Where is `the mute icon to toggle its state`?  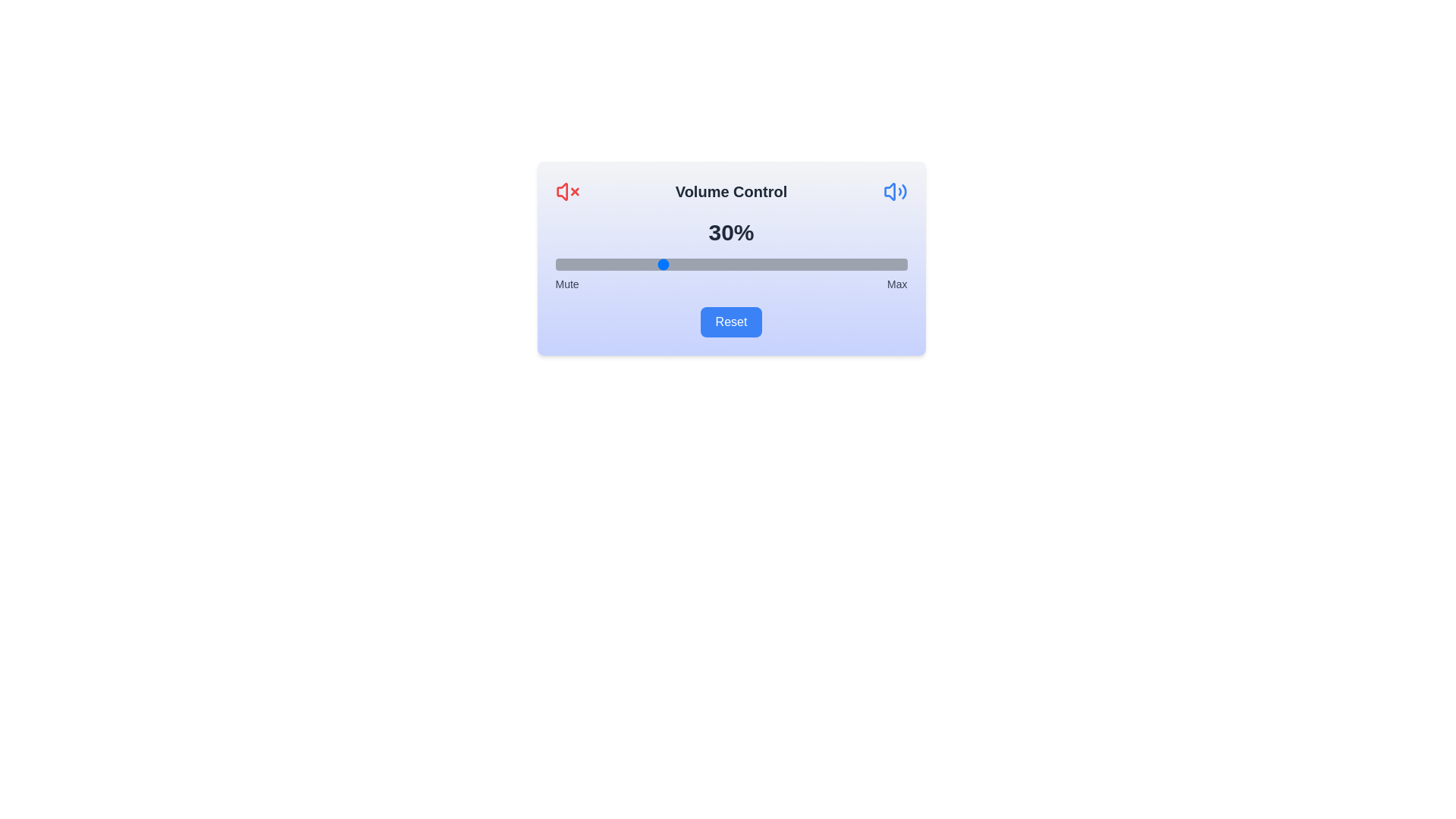
the mute icon to toggle its state is located at coordinates (566, 191).